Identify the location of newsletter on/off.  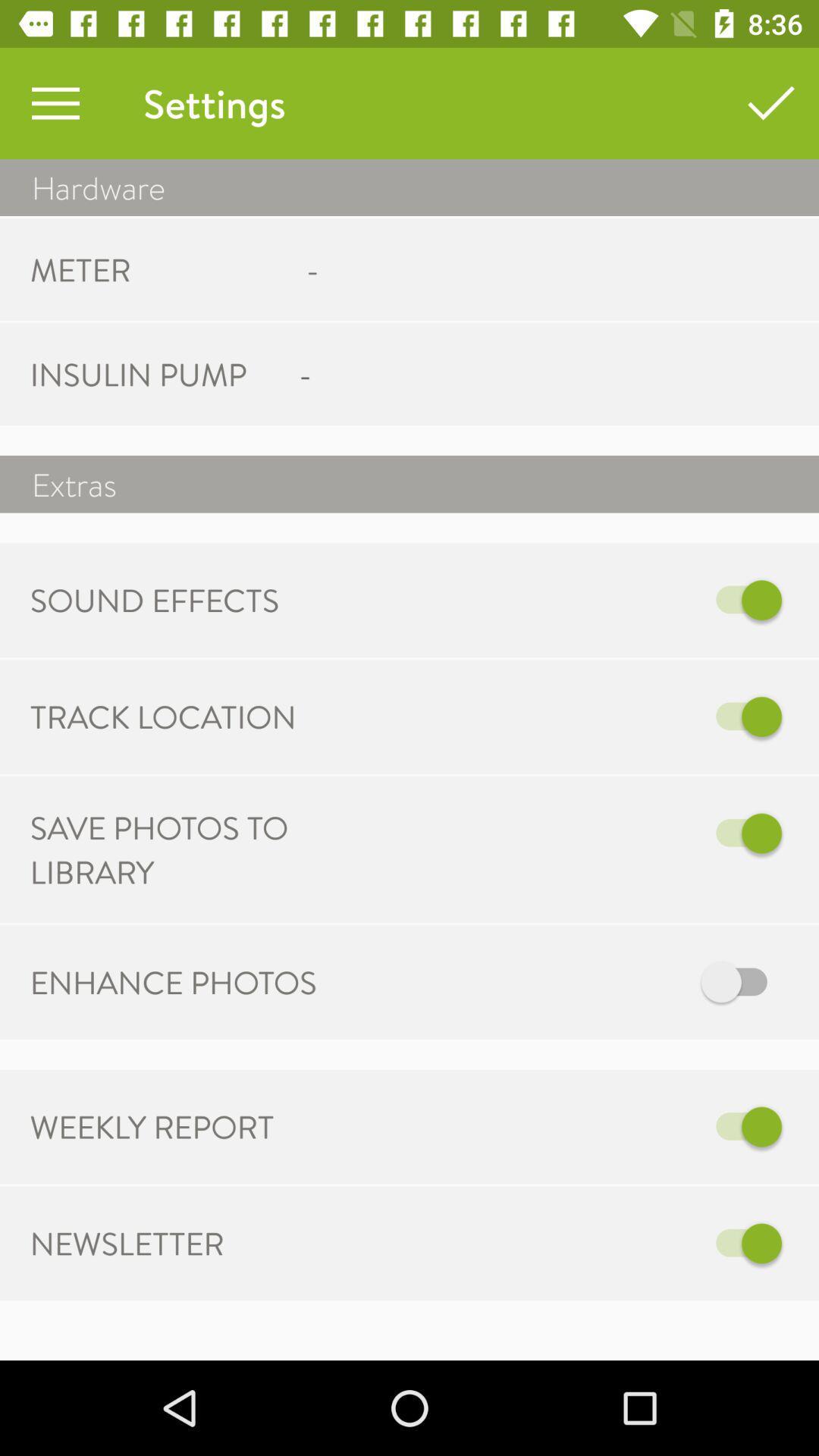
(566, 1243).